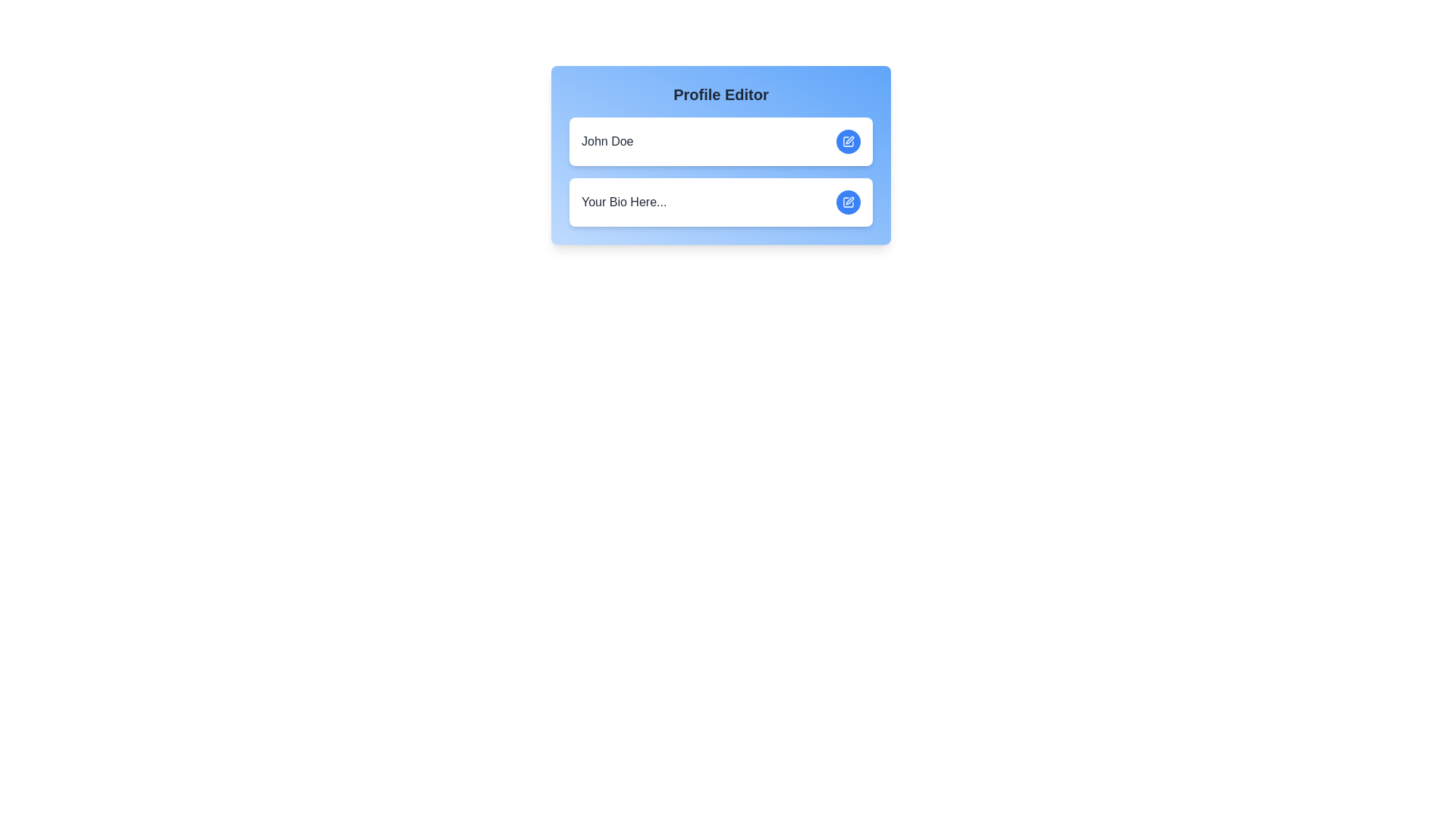  Describe the element at coordinates (850, 140) in the screenshot. I see `the small pen icon within the blue circular button located at the top right corner of the input field labeled 'John Doe'` at that location.